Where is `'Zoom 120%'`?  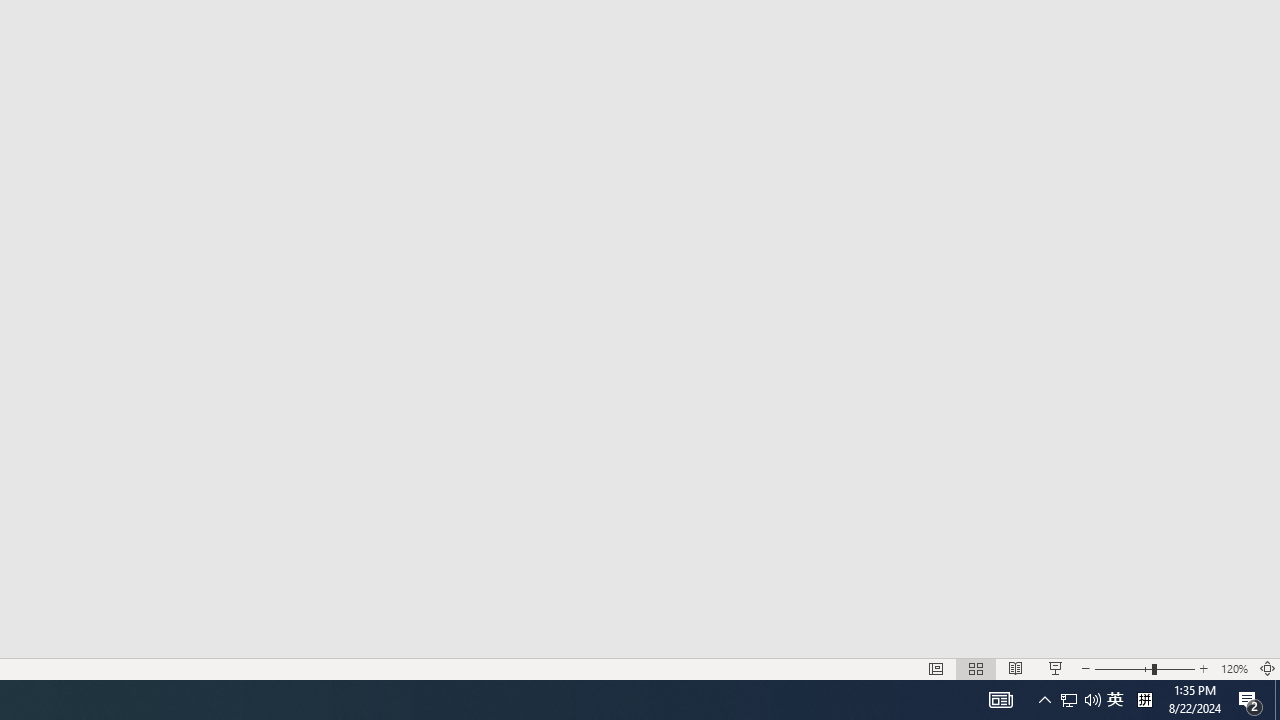 'Zoom 120%' is located at coordinates (1233, 669).